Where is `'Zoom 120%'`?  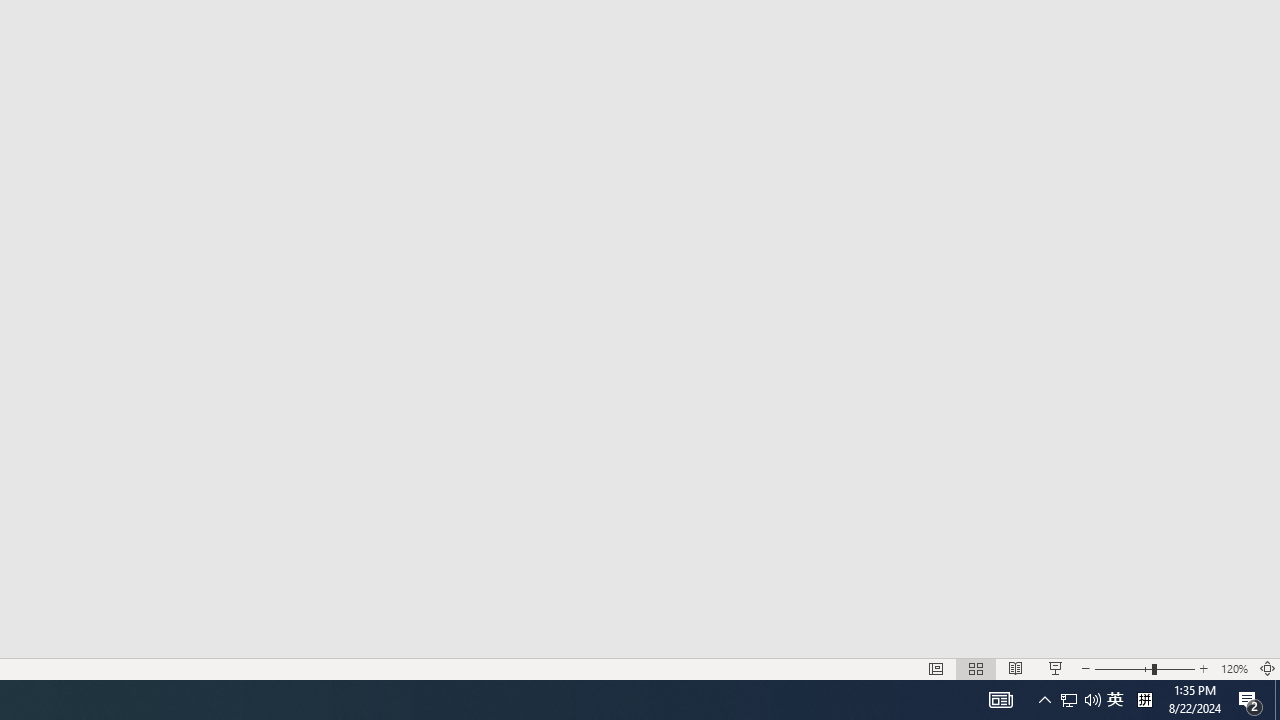 'Zoom 120%' is located at coordinates (1233, 669).